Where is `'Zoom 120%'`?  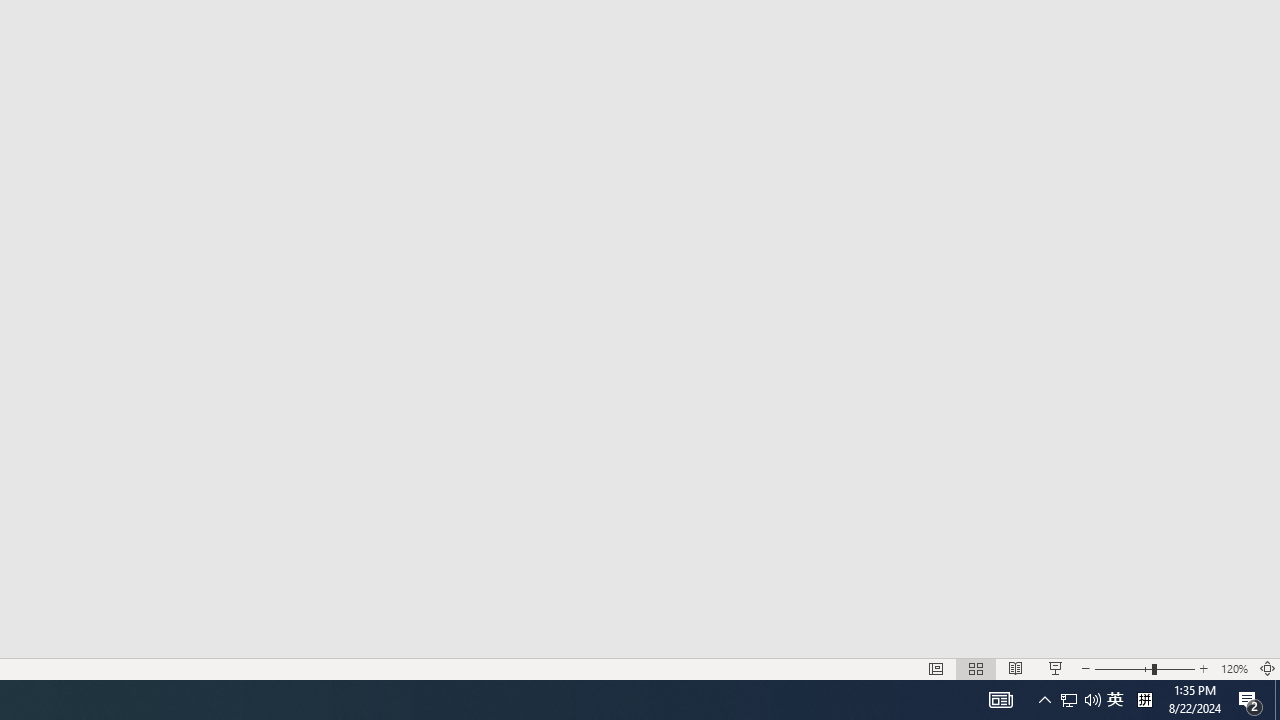 'Zoom 120%' is located at coordinates (1233, 669).